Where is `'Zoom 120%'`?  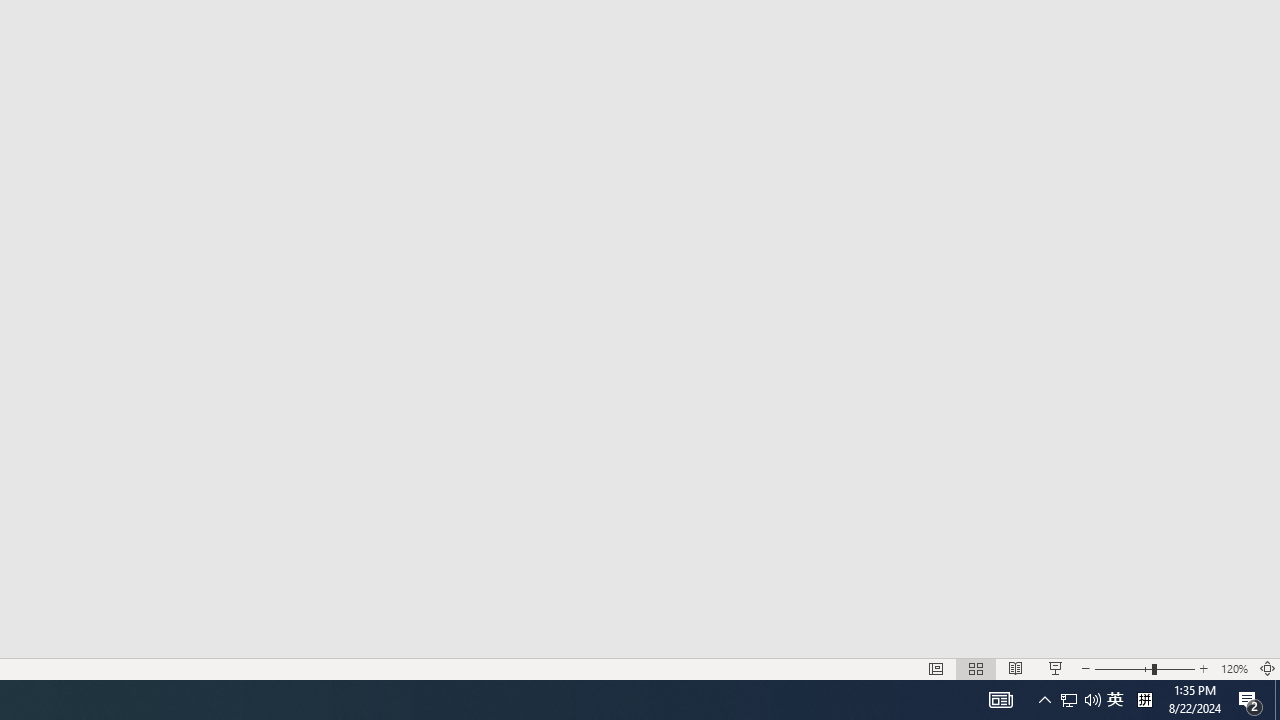 'Zoom 120%' is located at coordinates (1233, 669).